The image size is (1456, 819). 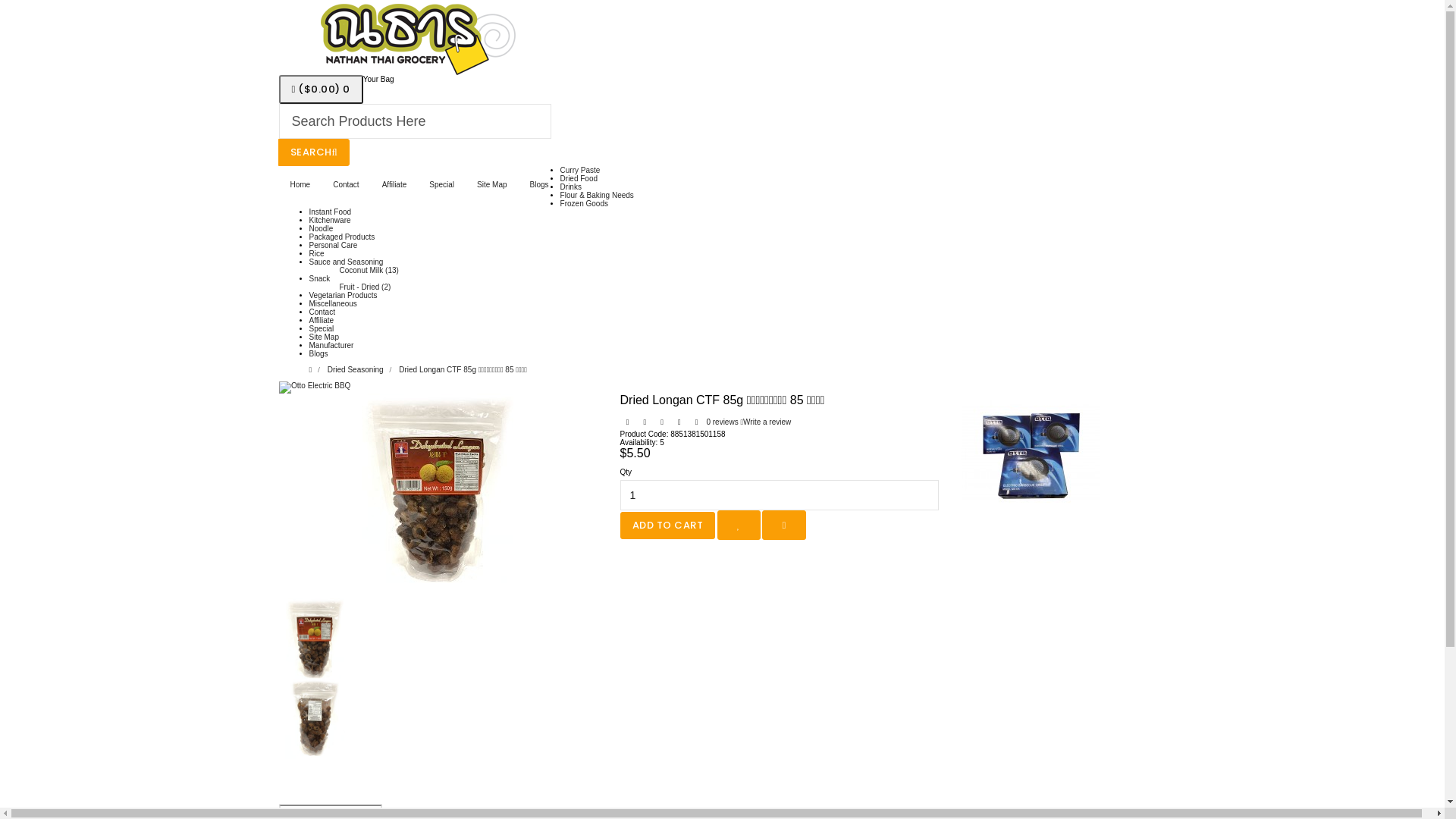 What do you see at coordinates (365, 287) in the screenshot?
I see `'Fruit - Dried (2)'` at bounding box center [365, 287].